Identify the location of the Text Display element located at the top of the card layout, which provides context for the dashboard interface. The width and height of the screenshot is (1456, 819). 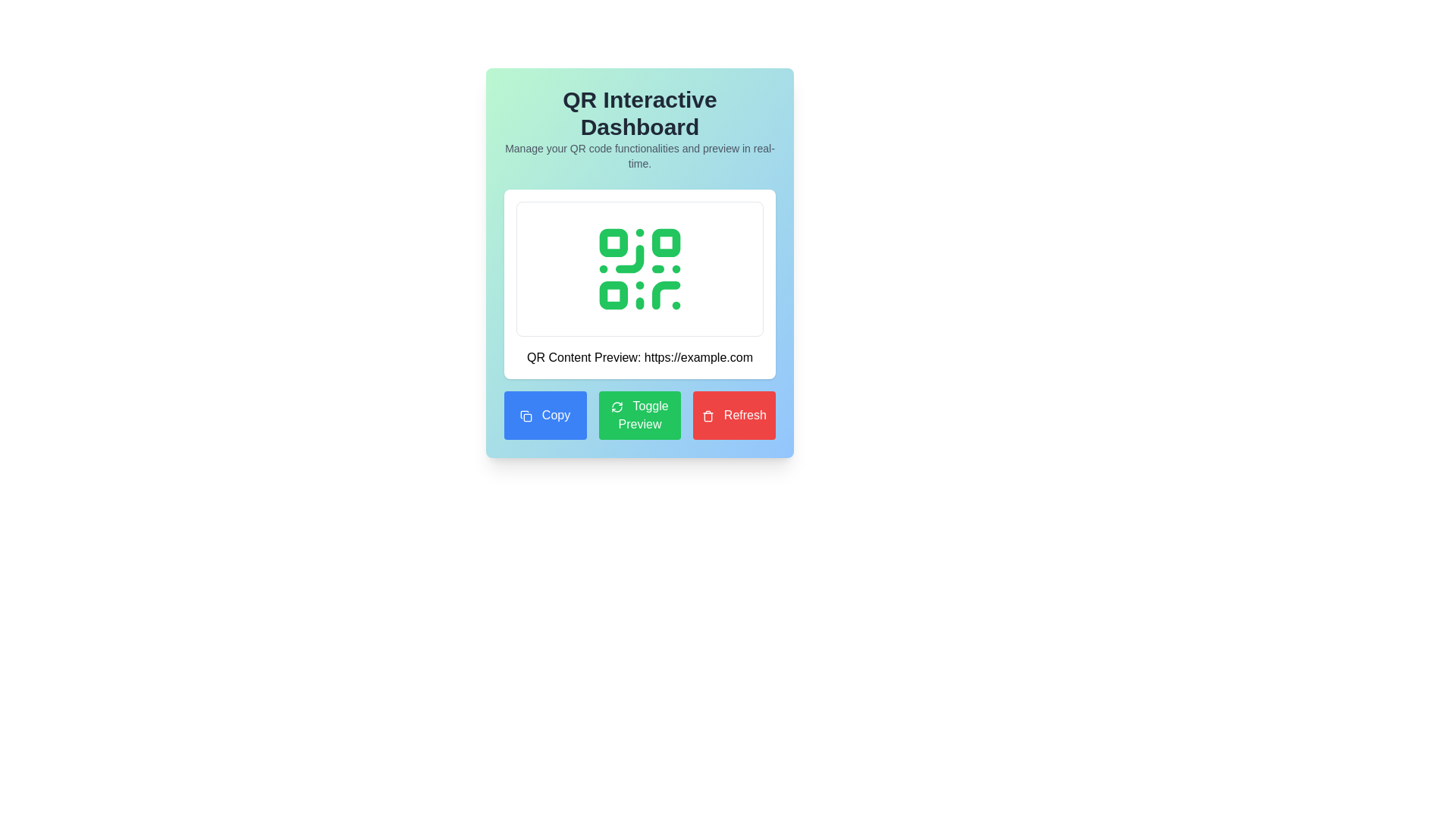
(640, 127).